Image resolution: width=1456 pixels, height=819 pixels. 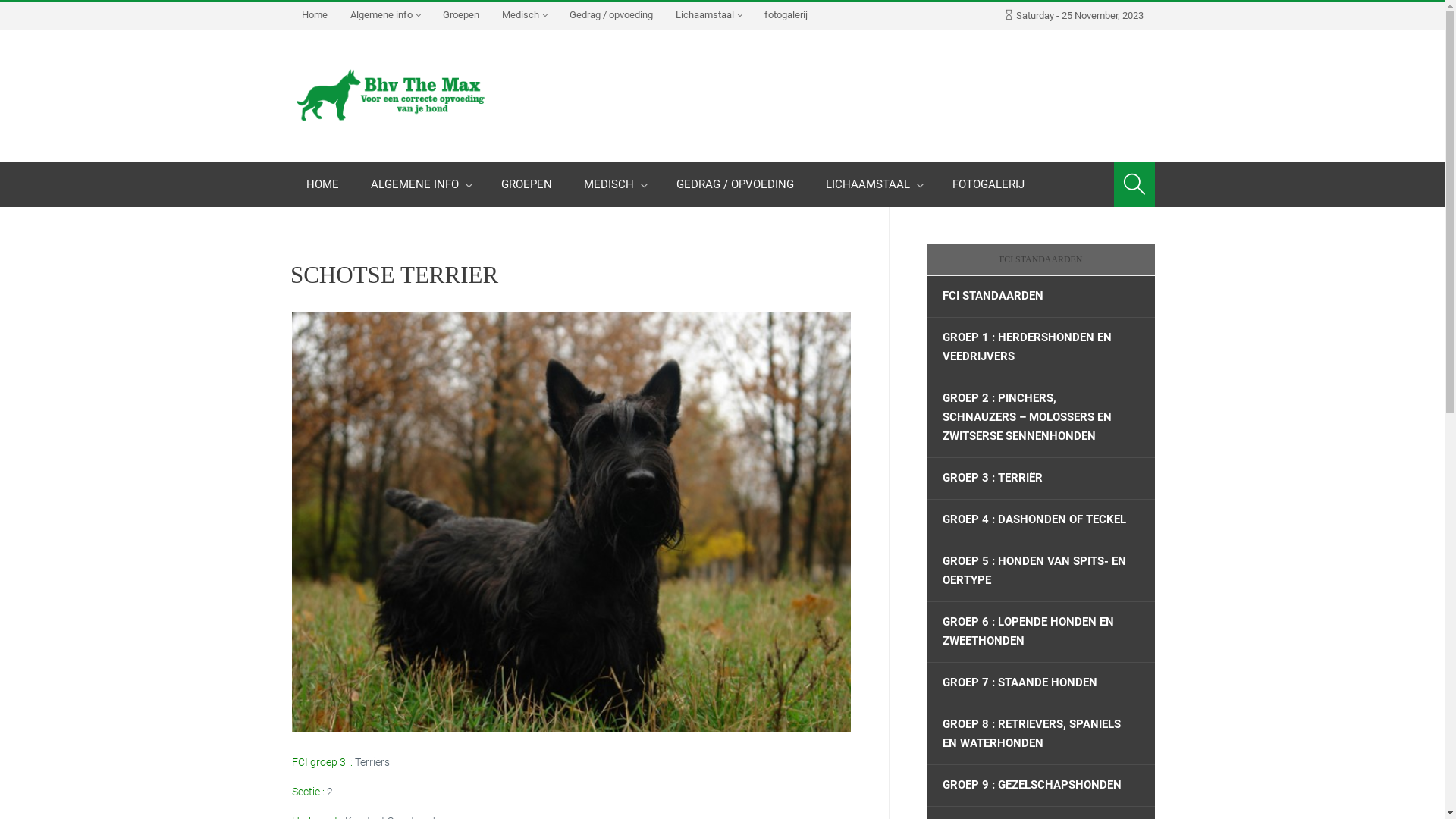 What do you see at coordinates (312, 15) in the screenshot?
I see `'Home'` at bounding box center [312, 15].